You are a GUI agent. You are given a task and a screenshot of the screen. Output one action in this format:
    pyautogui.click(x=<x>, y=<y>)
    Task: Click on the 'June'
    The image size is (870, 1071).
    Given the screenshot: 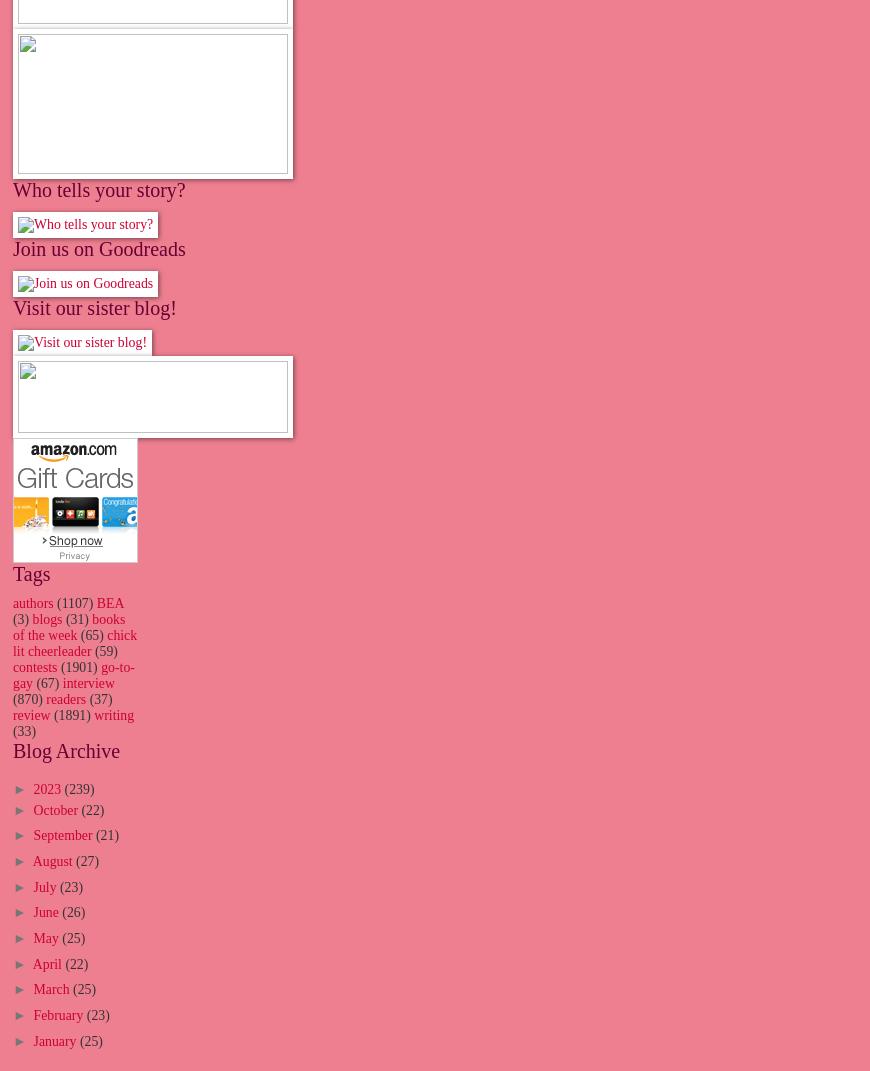 What is the action you would take?
    pyautogui.click(x=46, y=912)
    